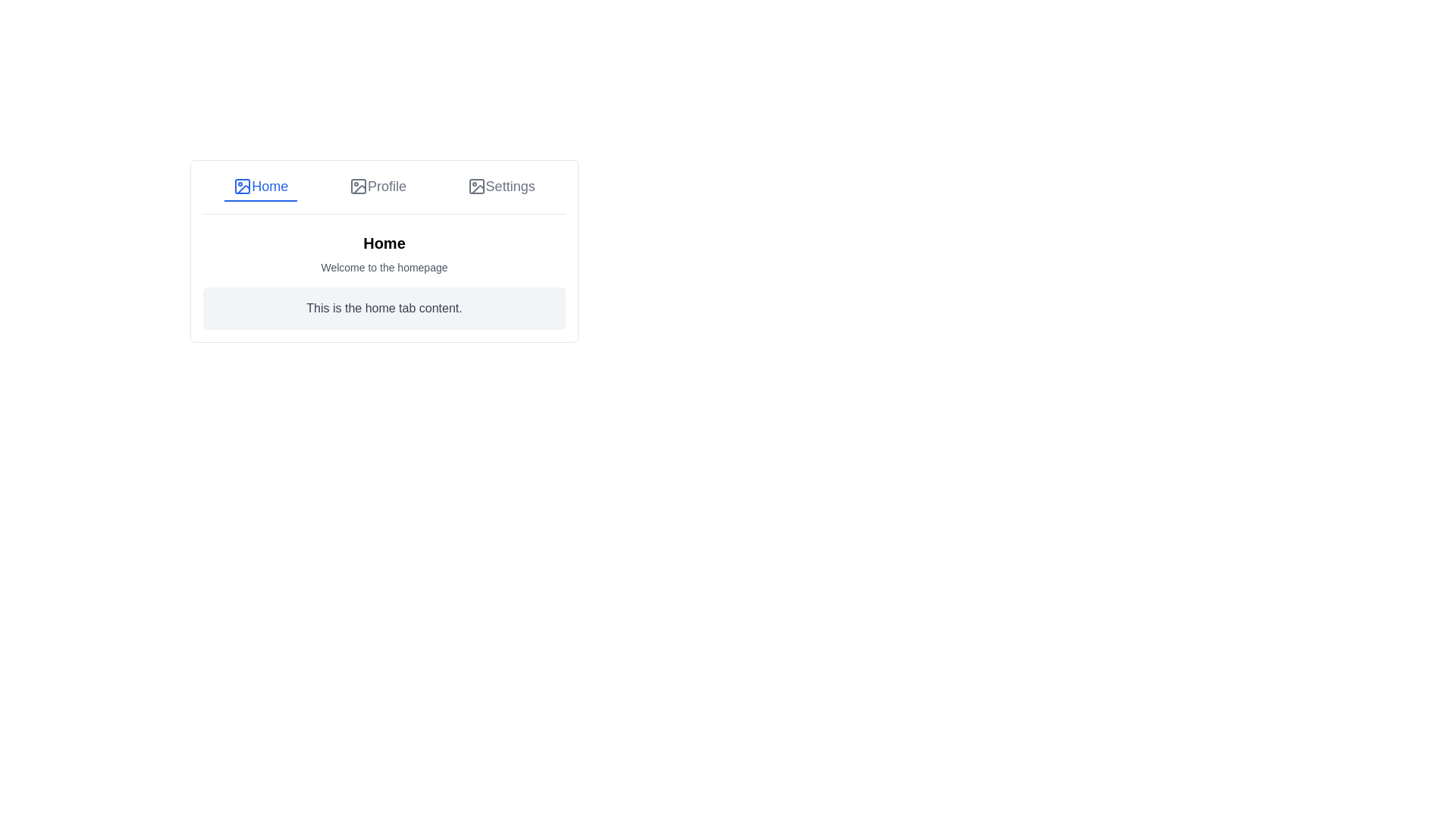  Describe the element at coordinates (475, 186) in the screenshot. I see `the icon resembling a picture frame containing a circle and a slanted line, located in the 'Settings' menu at the top-right corner of the navigation strip` at that location.